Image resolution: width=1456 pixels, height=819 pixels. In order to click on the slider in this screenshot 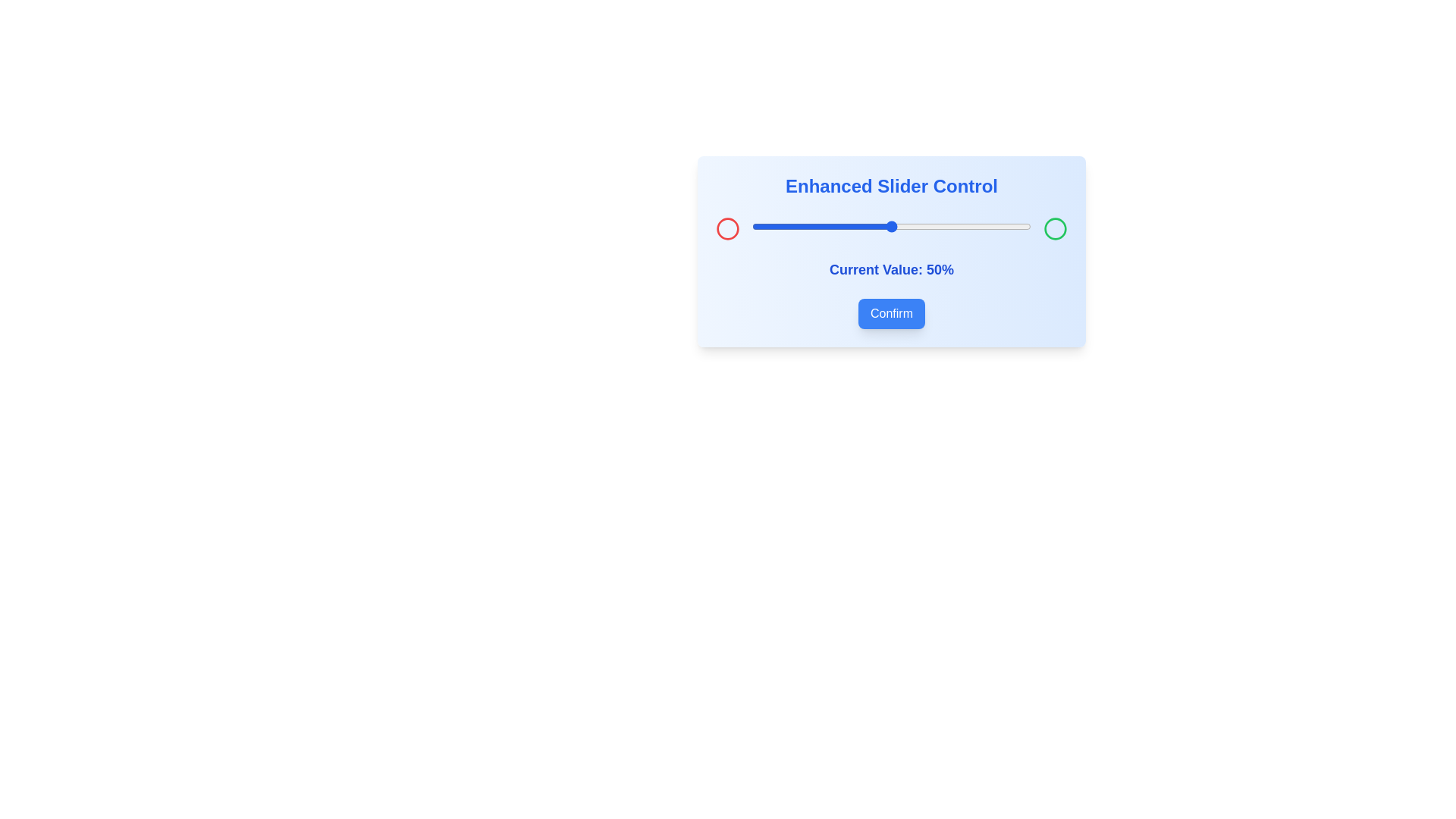, I will do `click(1020, 227)`.